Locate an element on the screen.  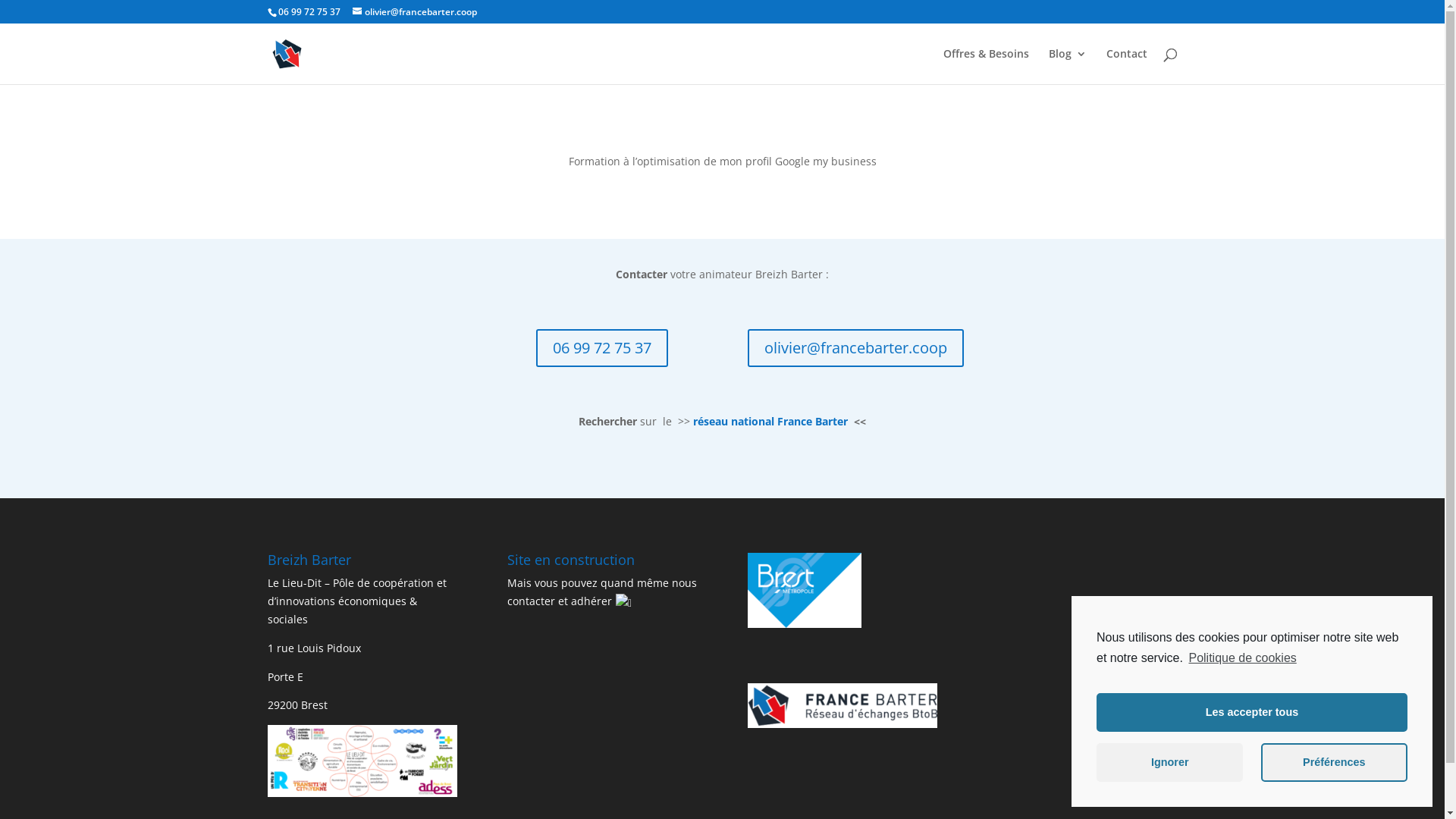
'Politique de cookies' is located at coordinates (1185, 657).